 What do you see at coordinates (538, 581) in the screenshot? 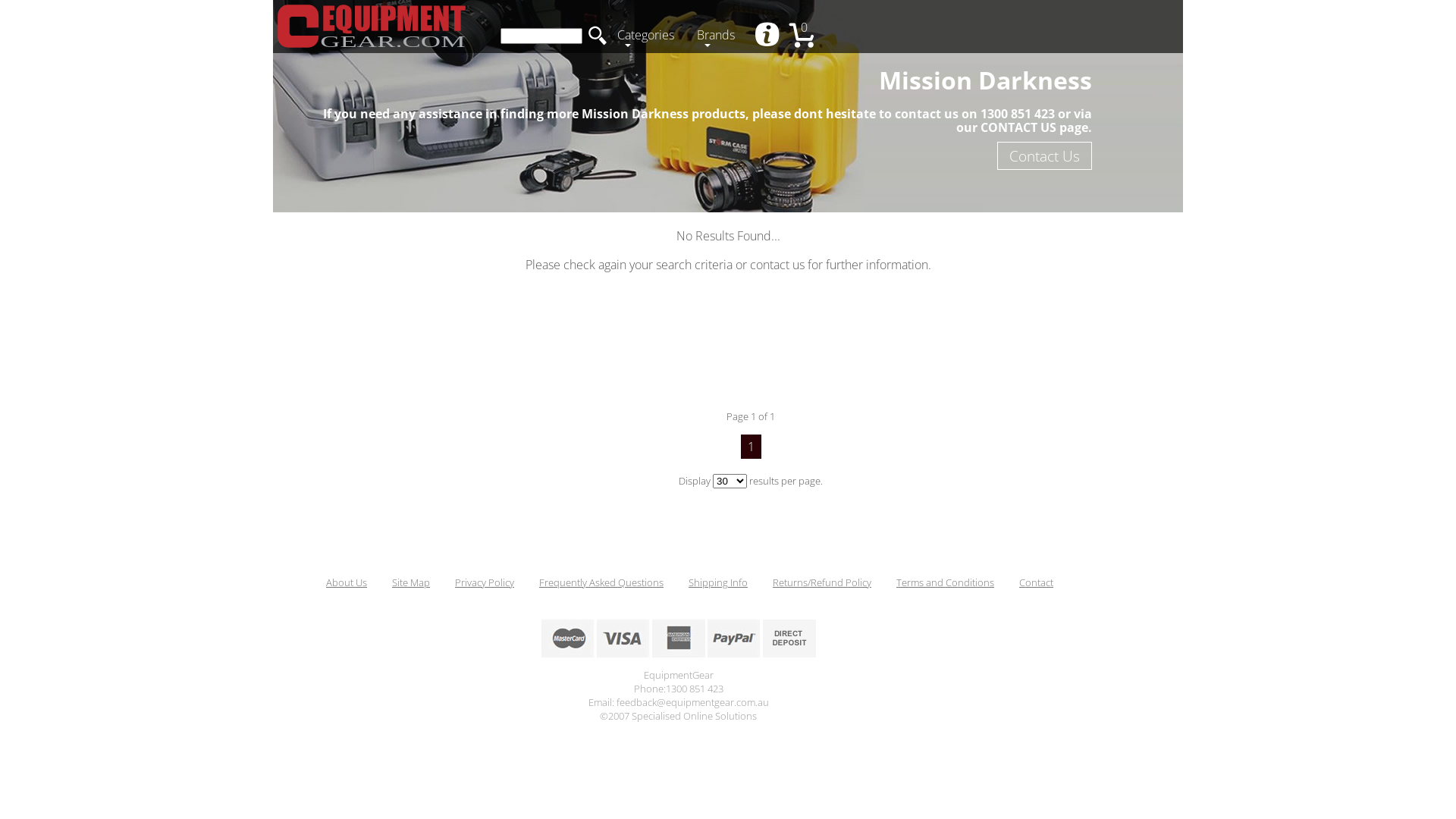
I see `'Frequently Asked Questions'` at bounding box center [538, 581].